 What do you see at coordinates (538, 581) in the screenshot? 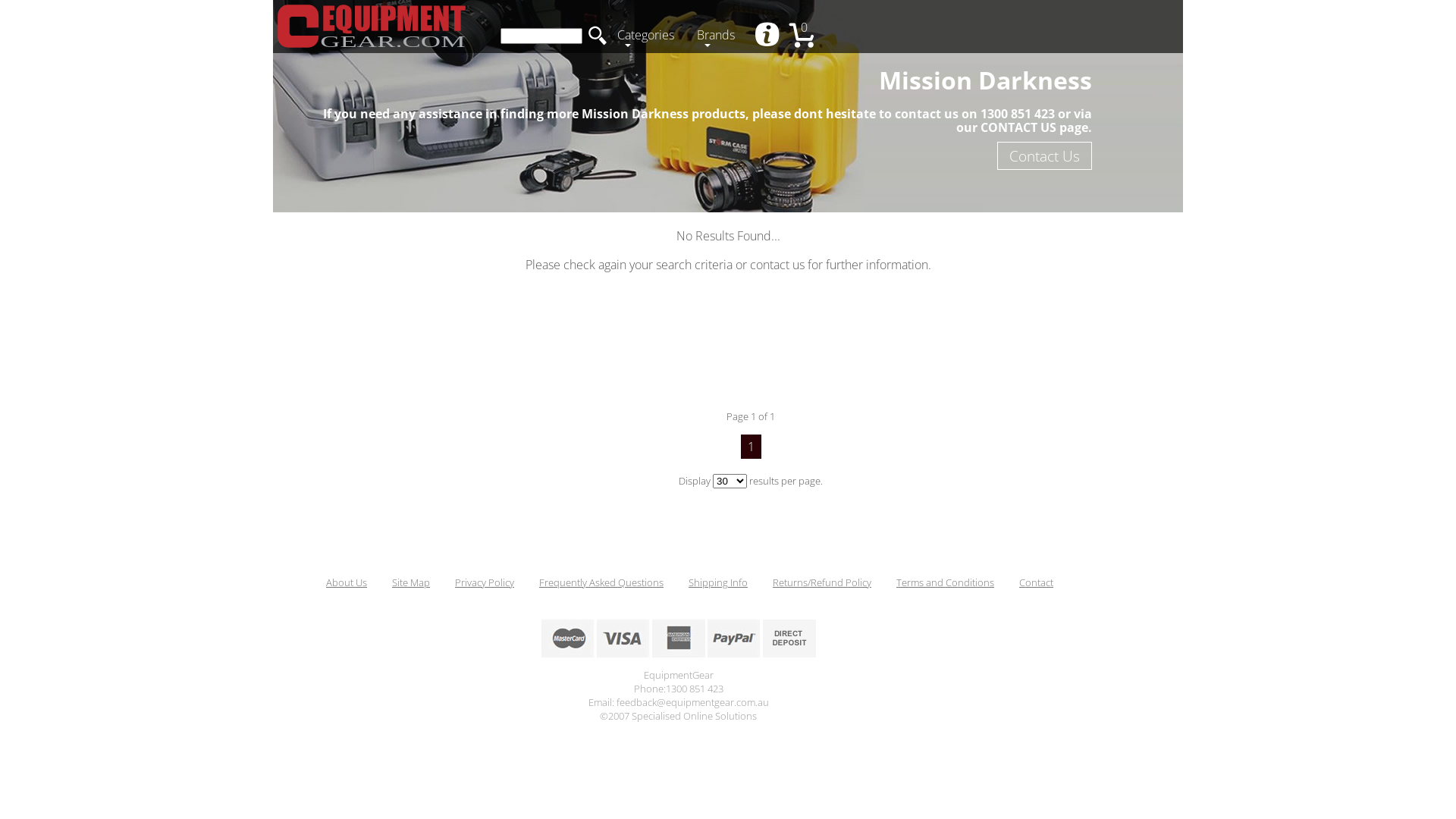
I see `'Frequently Asked Questions'` at bounding box center [538, 581].